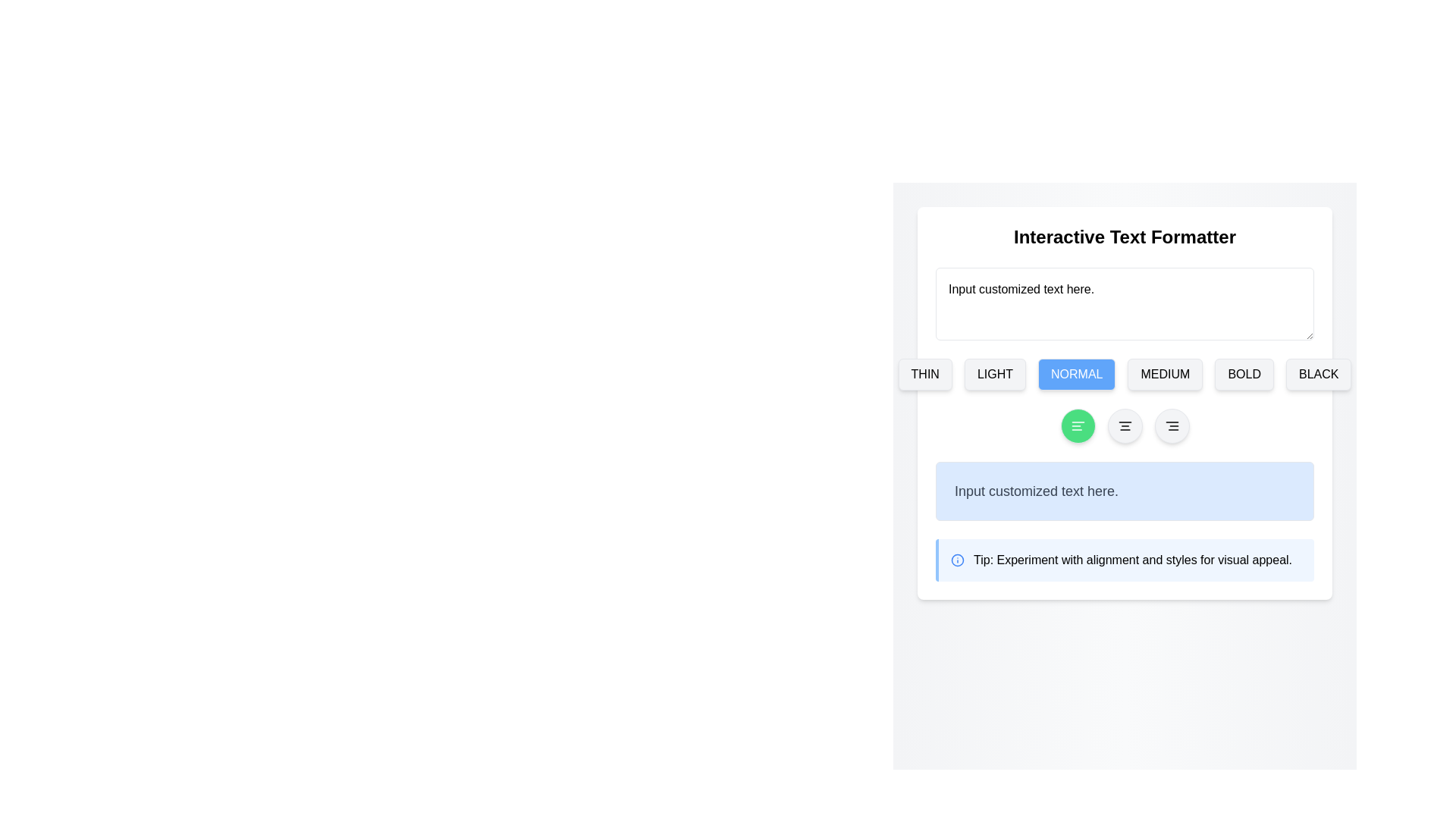 This screenshot has width=1456, height=819. Describe the element at coordinates (1077, 426) in the screenshot. I see `the icon represented by three horizontal lines with a green circular background located centrally beneath the 'NORMAL' button` at that location.